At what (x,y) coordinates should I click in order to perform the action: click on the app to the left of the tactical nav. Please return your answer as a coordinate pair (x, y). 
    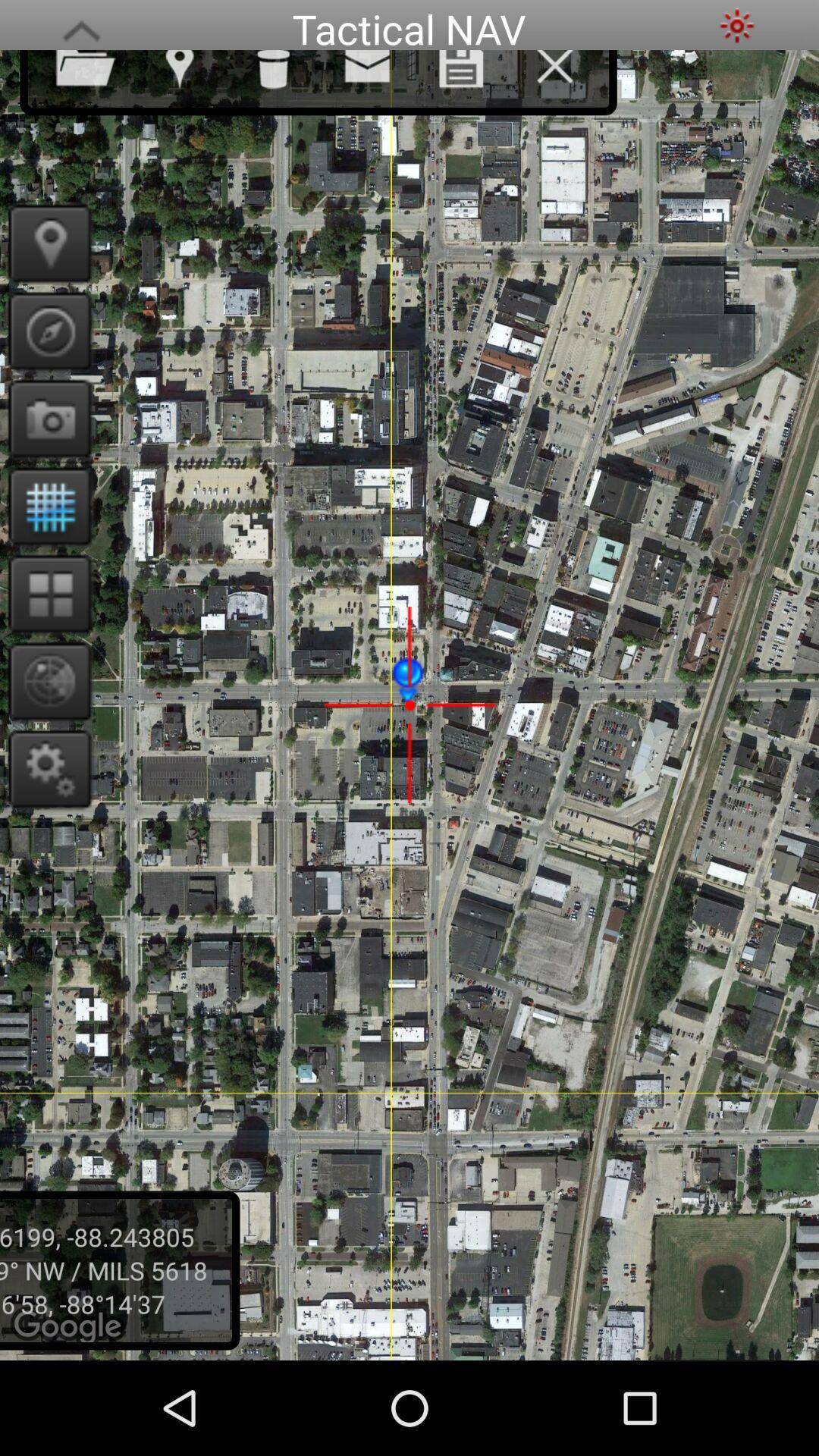
    Looking at the image, I should click on (81, 25).